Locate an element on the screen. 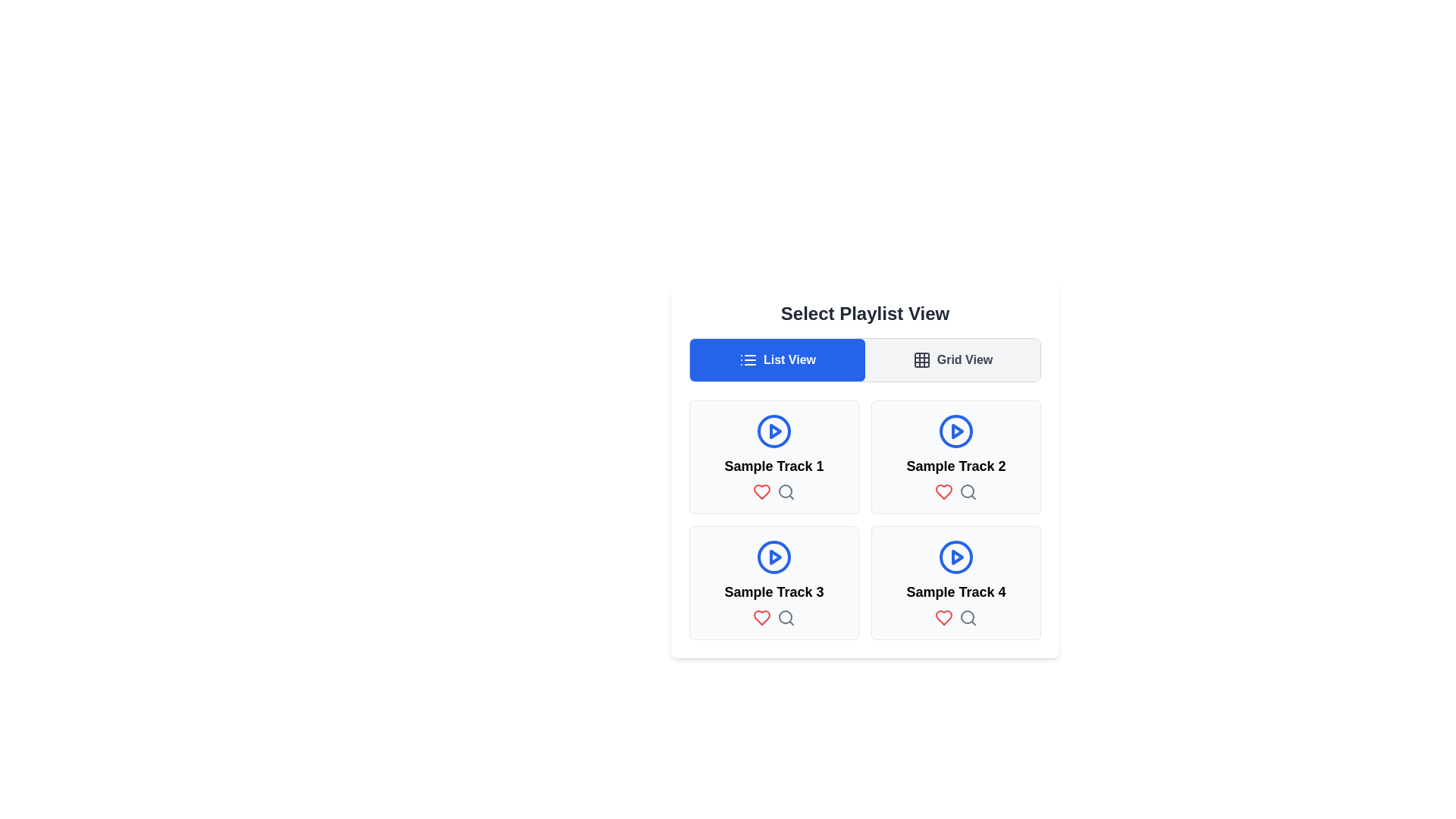 This screenshot has height=819, width=1456. the 'Grid View' text label, which is bold and located in the top-right area of the control panel for selecting the view layout is located at coordinates (964, 359).